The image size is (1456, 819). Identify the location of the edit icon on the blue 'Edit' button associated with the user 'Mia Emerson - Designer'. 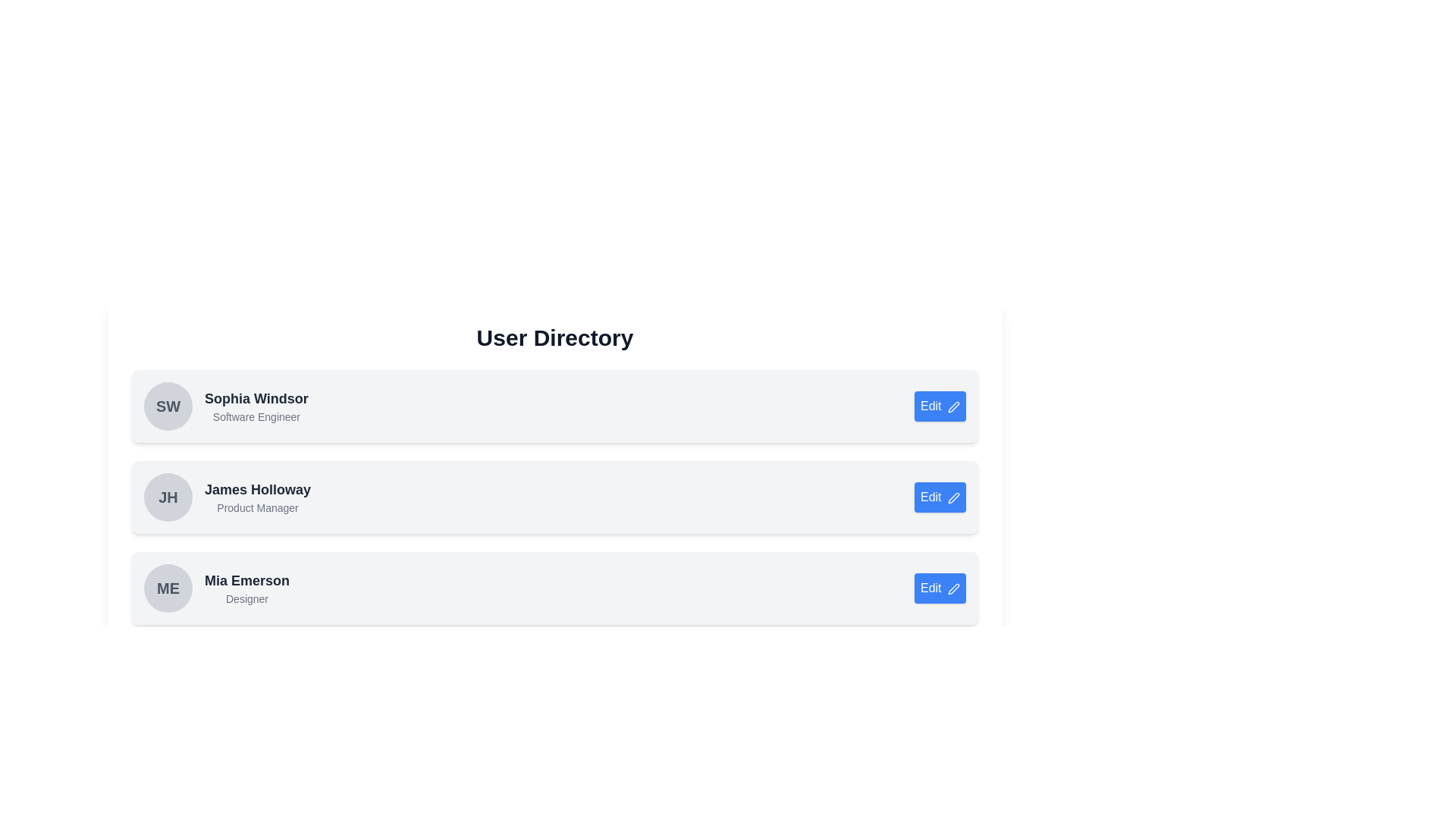
(952, 587).